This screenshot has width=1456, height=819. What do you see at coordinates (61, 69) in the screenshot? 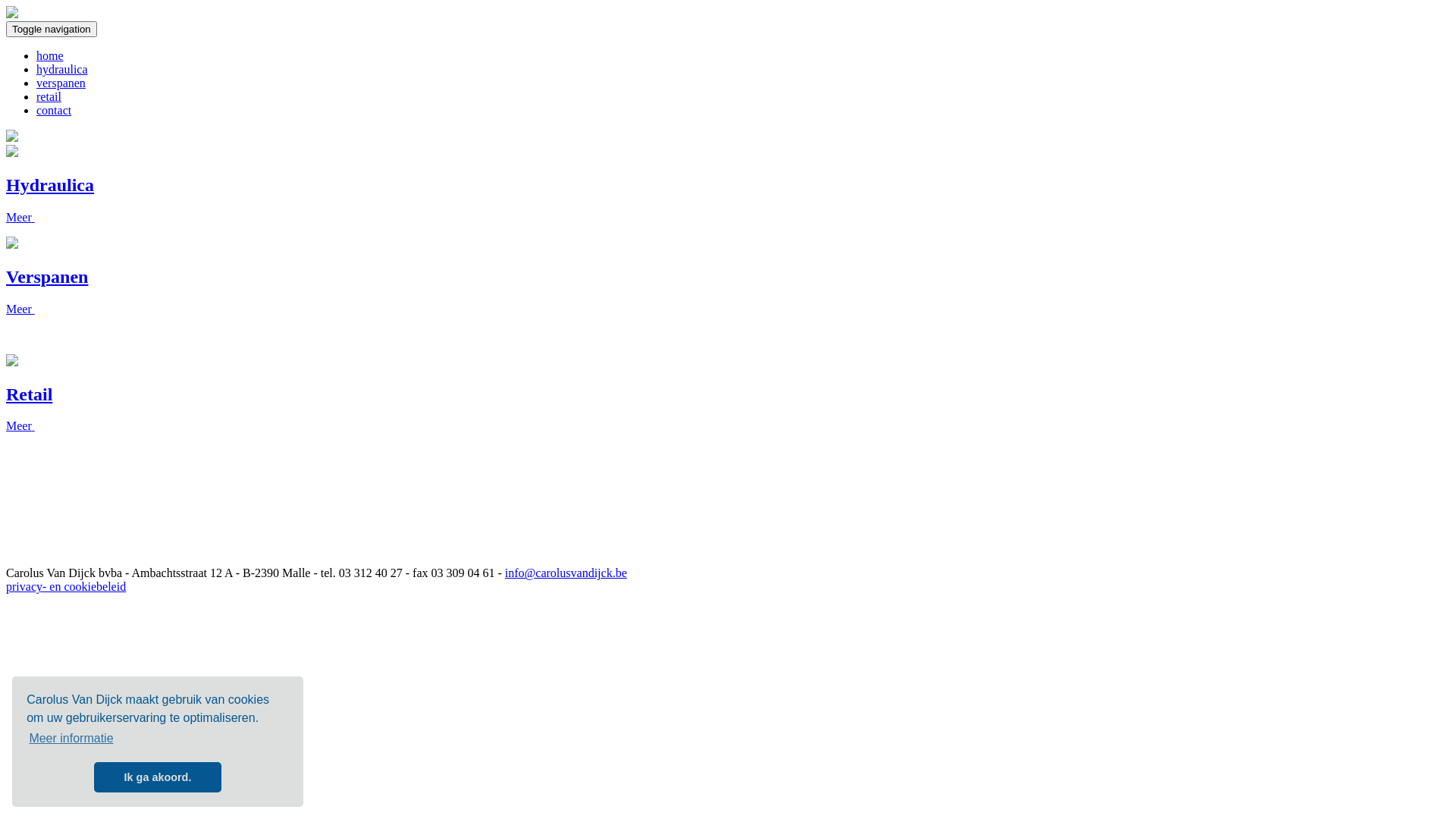
I see `'hydraulica'` at bounding box center [61, 69].